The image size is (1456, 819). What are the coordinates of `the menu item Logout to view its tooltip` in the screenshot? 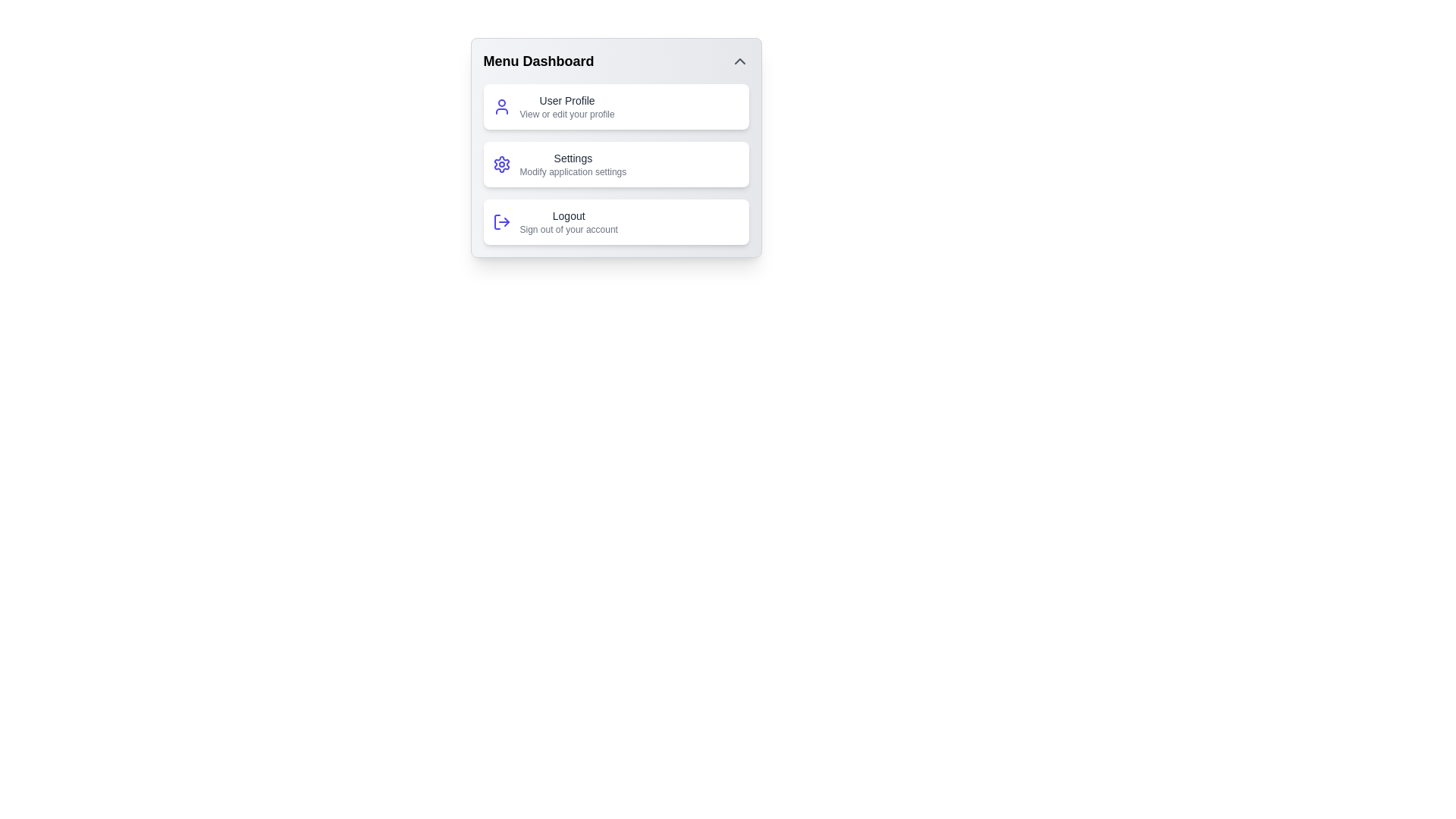 It's located at (616, 222).